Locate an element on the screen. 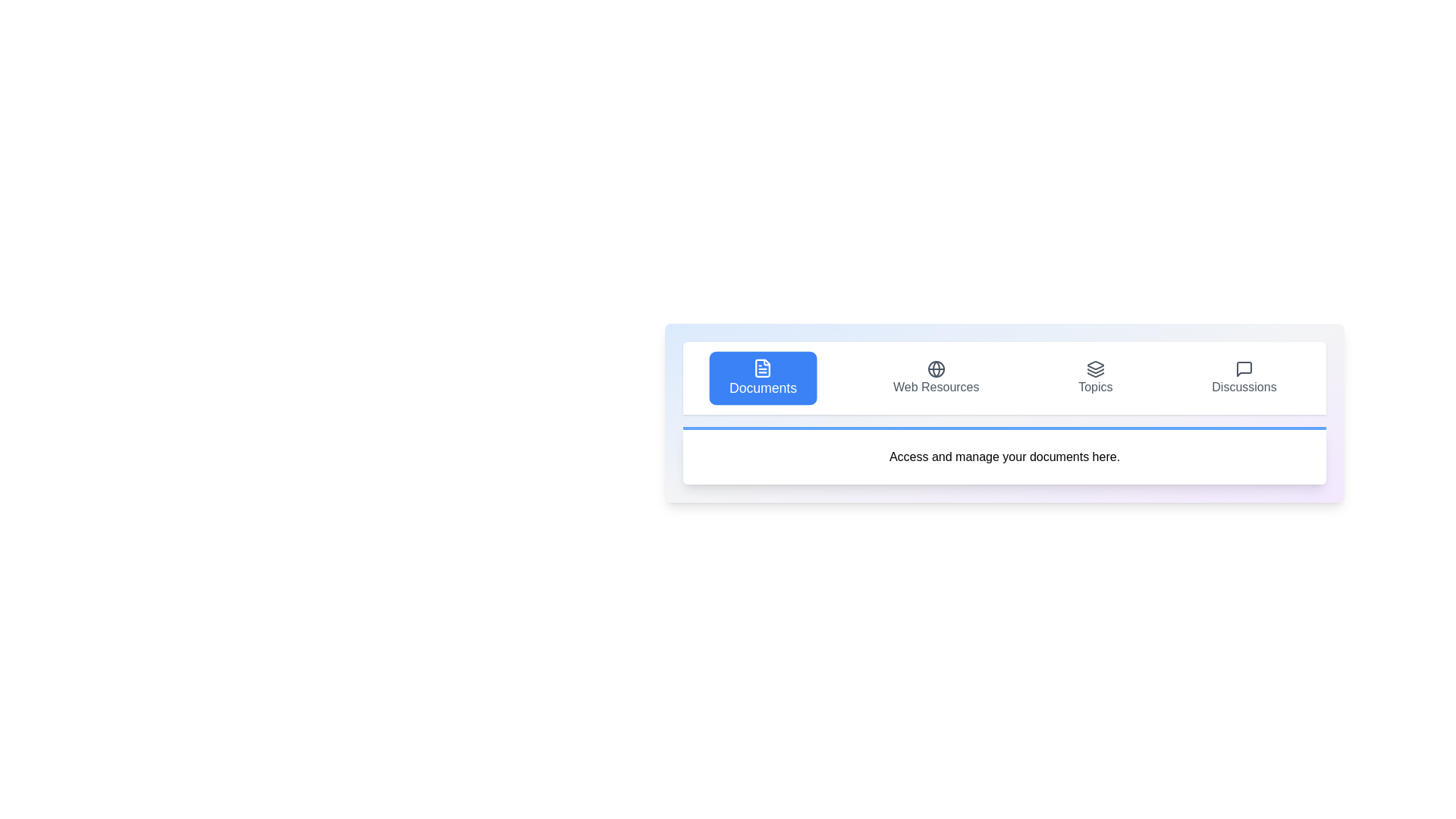 This screenshot has width=1456, height=819. the tab labeled Web Resources to observe its hover effect is located at coordinates (935, 377).